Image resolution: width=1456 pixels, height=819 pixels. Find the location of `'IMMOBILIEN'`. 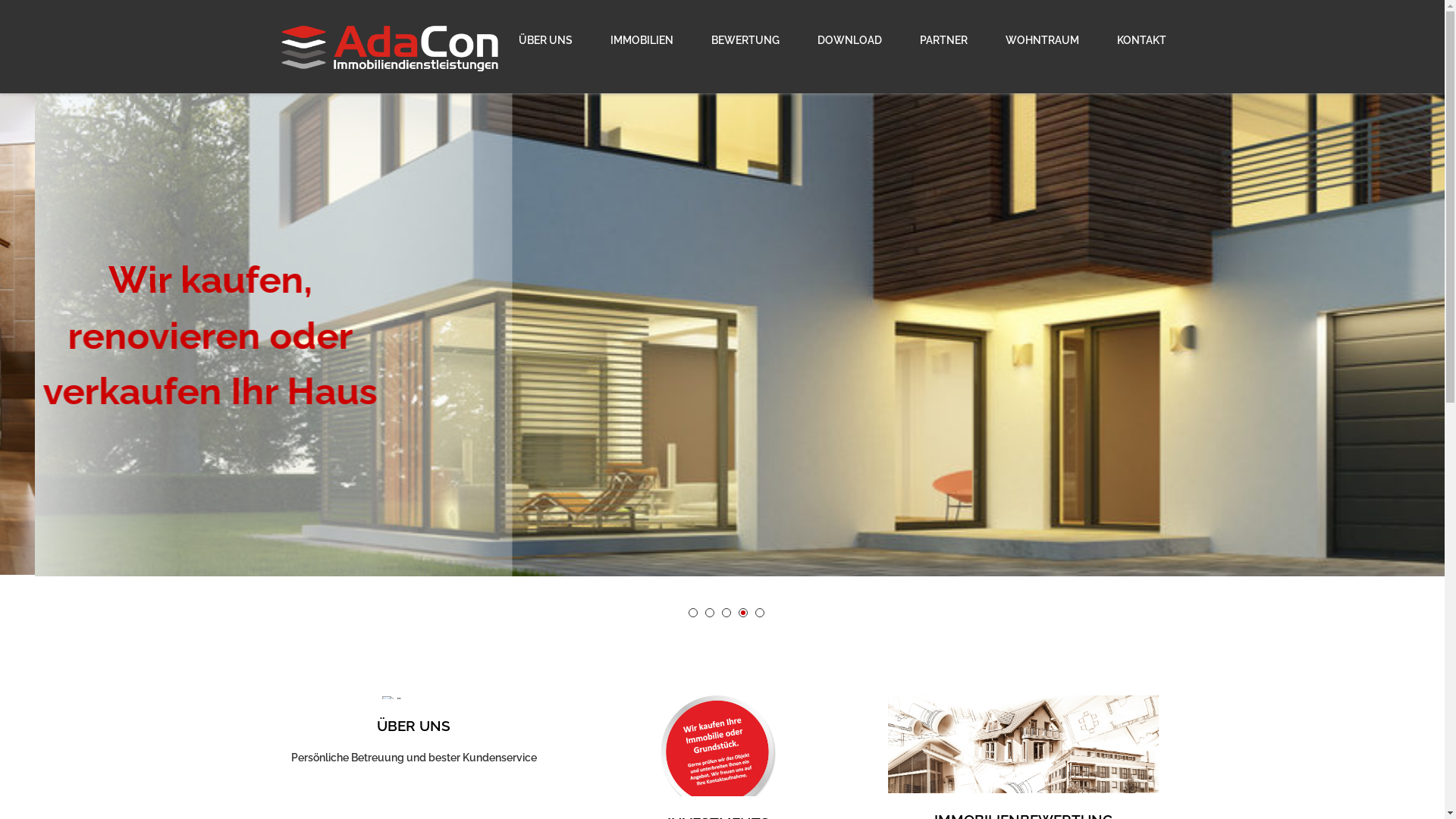

'IMMOBILIEN' is located at coordinates (592, 39).